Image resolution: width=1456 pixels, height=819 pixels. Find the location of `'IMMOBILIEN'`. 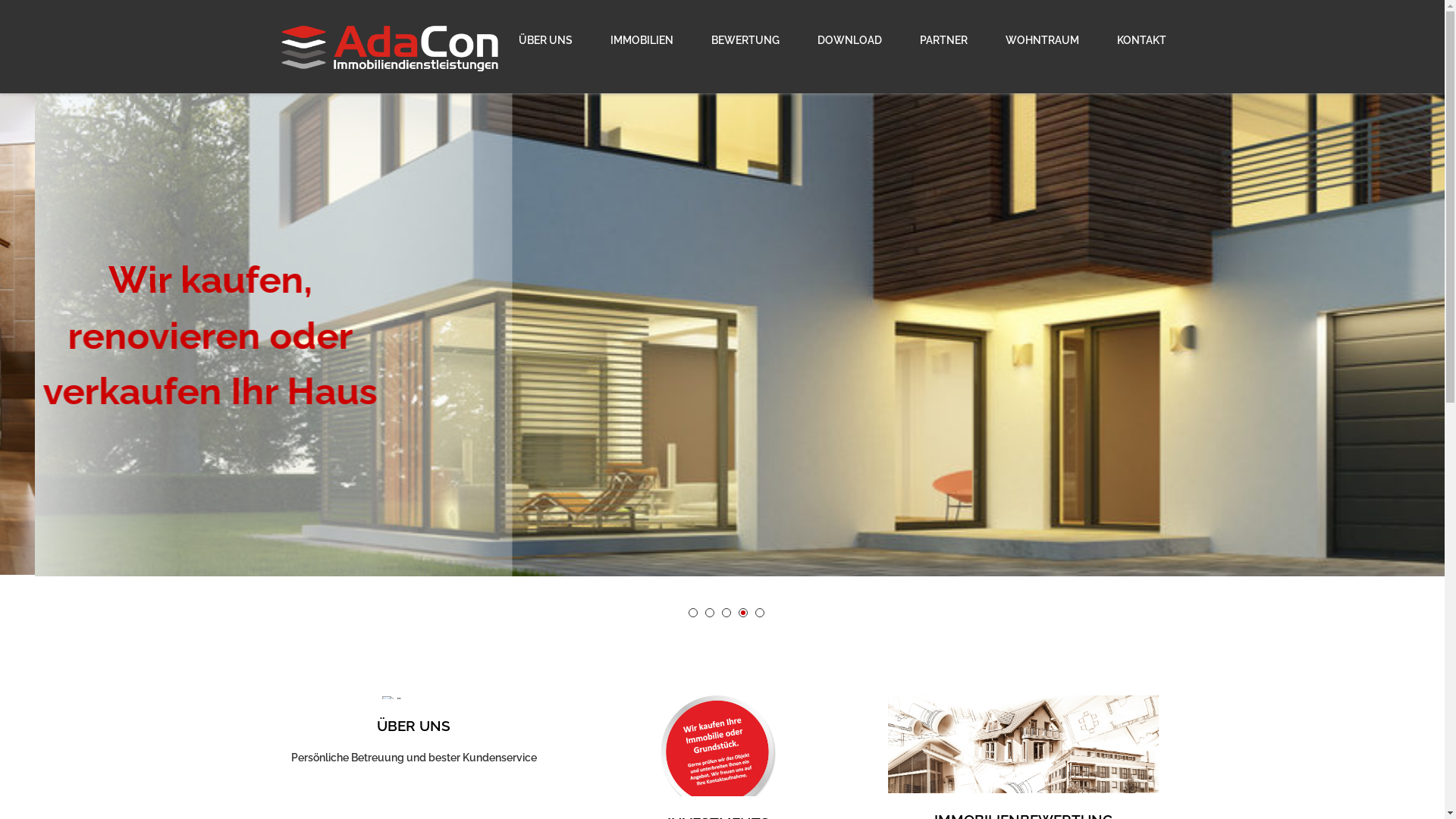

'IMMOBILIEN' is located at coordinates (592, 39).